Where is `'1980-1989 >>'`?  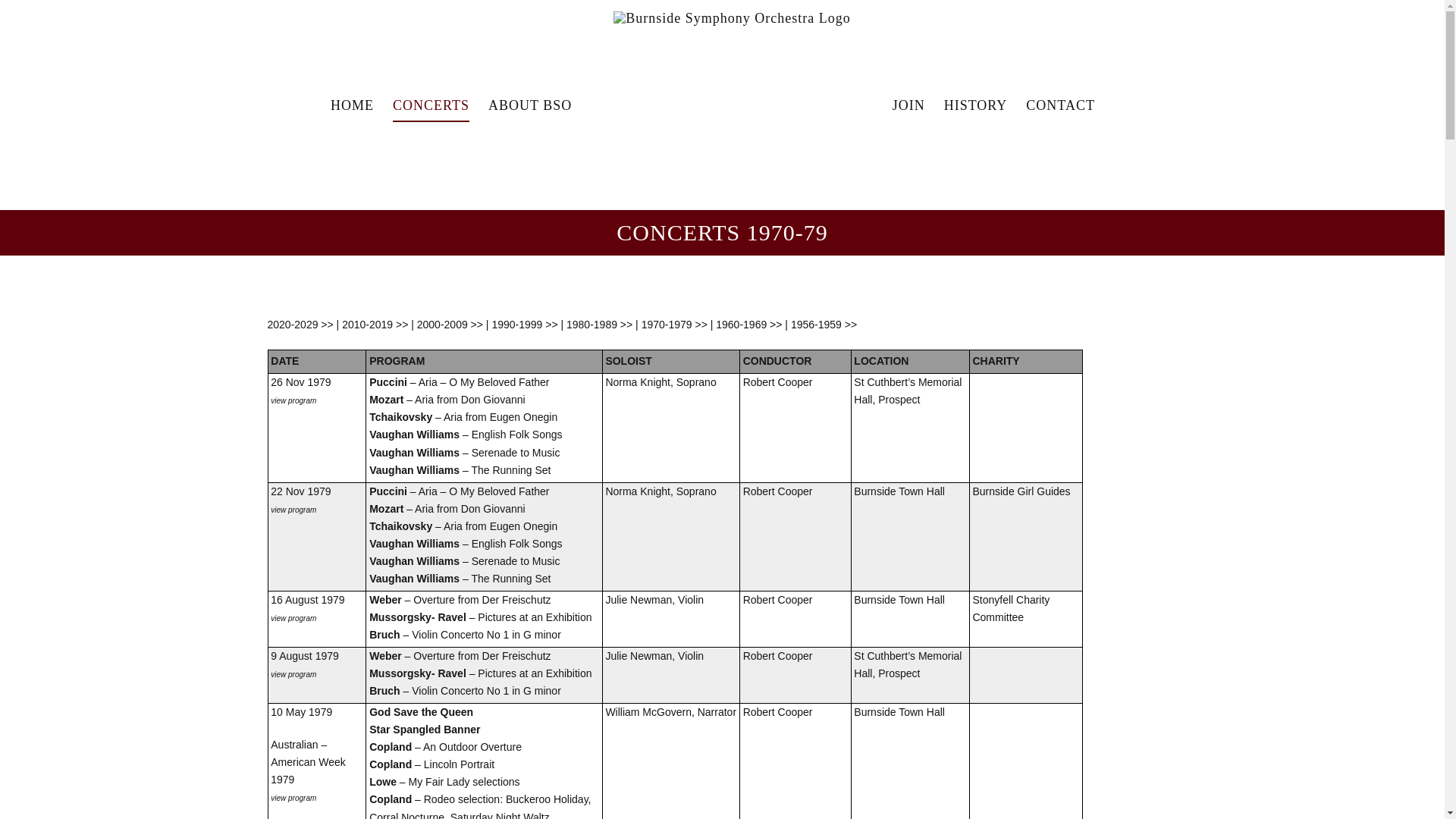 '1980-1989 >>' is located at coordinates (598, 324).